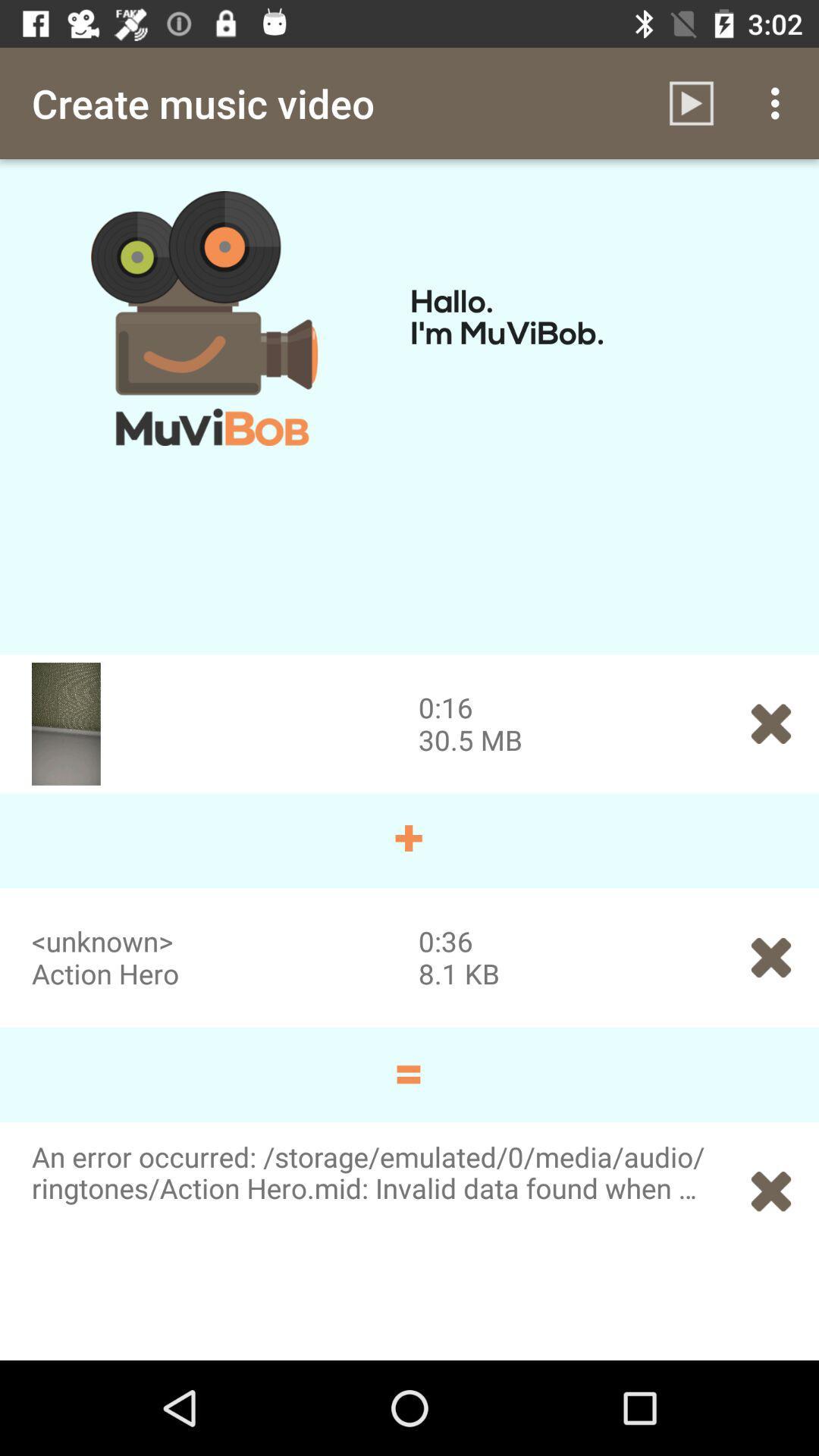 This screenshot has height=1456, width=819. Describe the element at coordinates (691, 102) in the screenshot. I see `the item to the right of the create music video` at that location.